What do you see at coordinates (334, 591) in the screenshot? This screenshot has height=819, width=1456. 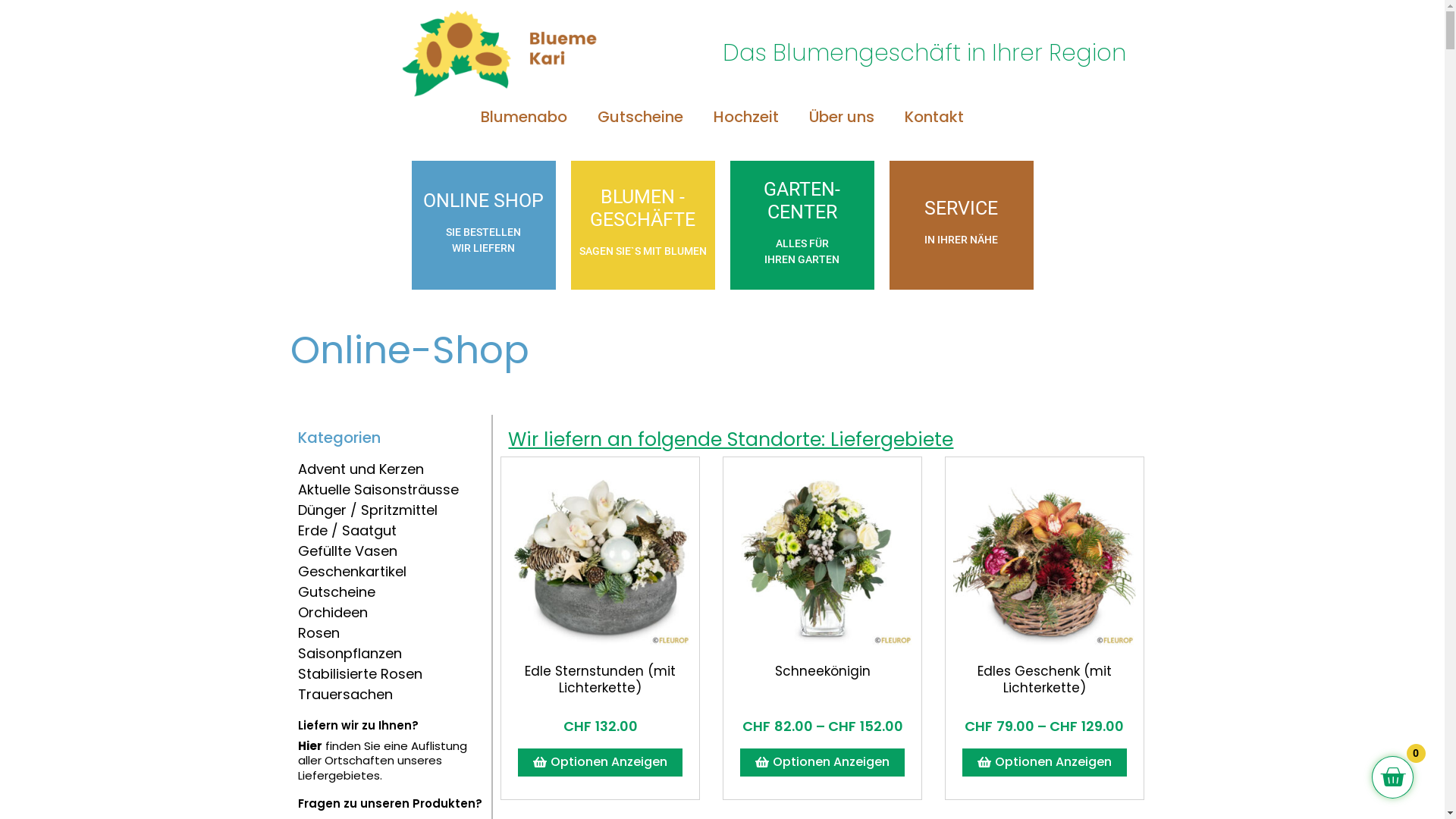 I see `'Gutscheine'` at bounding box center [334, 591].